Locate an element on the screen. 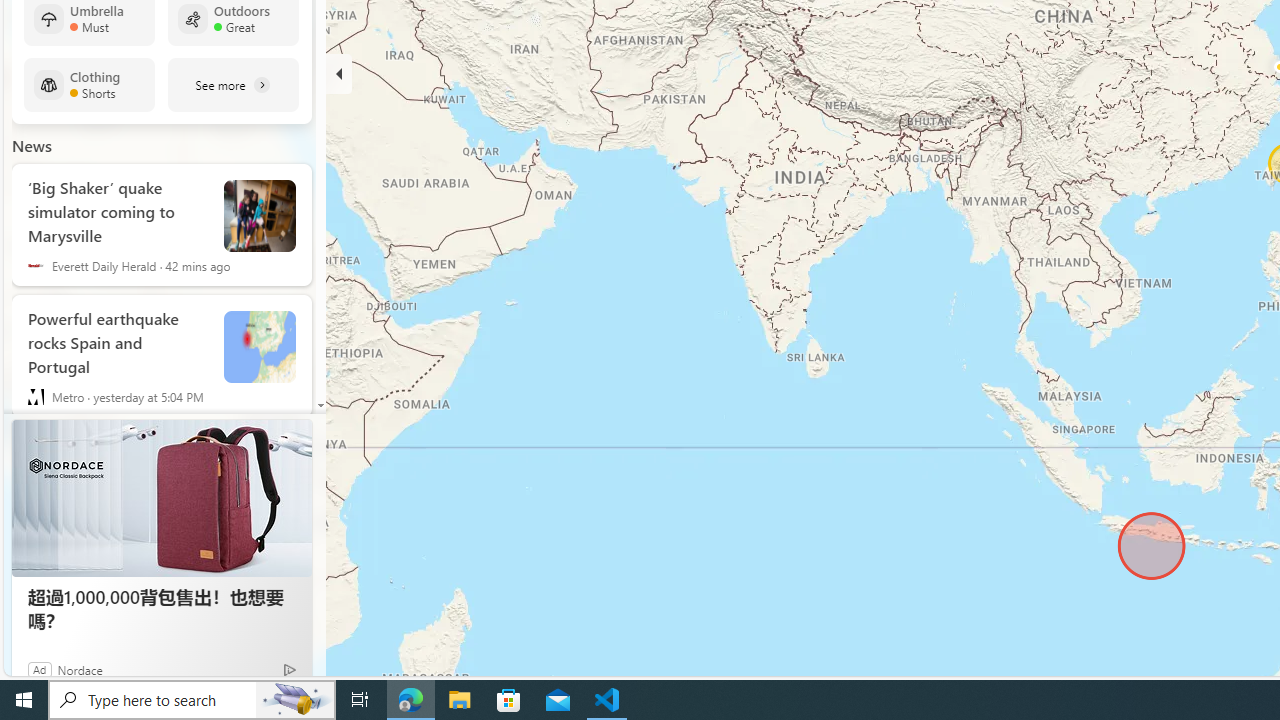 The height and width of the screenshot is (720, 1280). 'Powerful earthquake rocks Spain and Portugal' is located at coordinates (116, 338).